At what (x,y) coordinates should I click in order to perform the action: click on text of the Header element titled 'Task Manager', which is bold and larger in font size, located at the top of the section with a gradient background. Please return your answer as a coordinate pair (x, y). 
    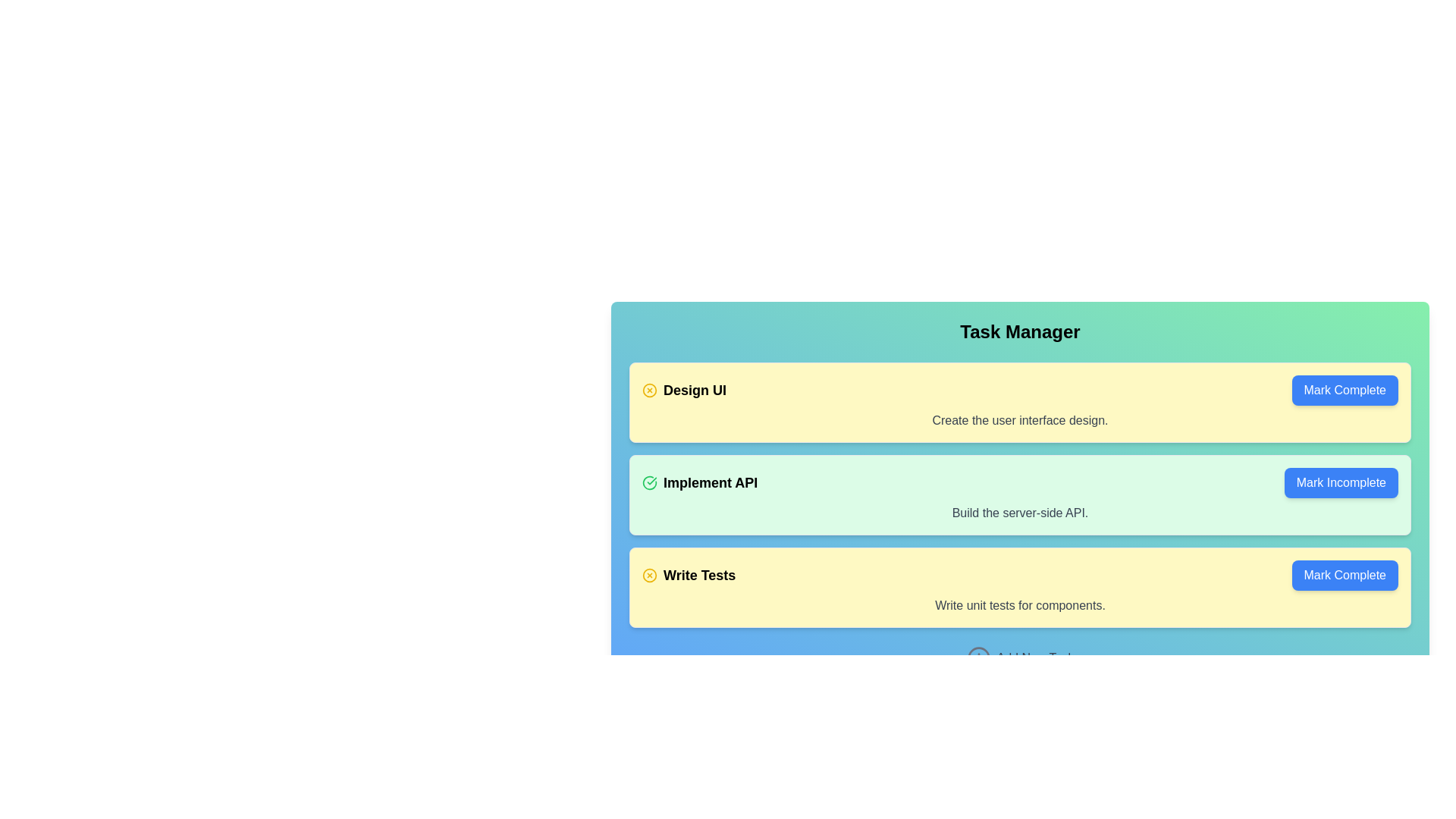
    Looking at the image, I should click on (1020, 331).